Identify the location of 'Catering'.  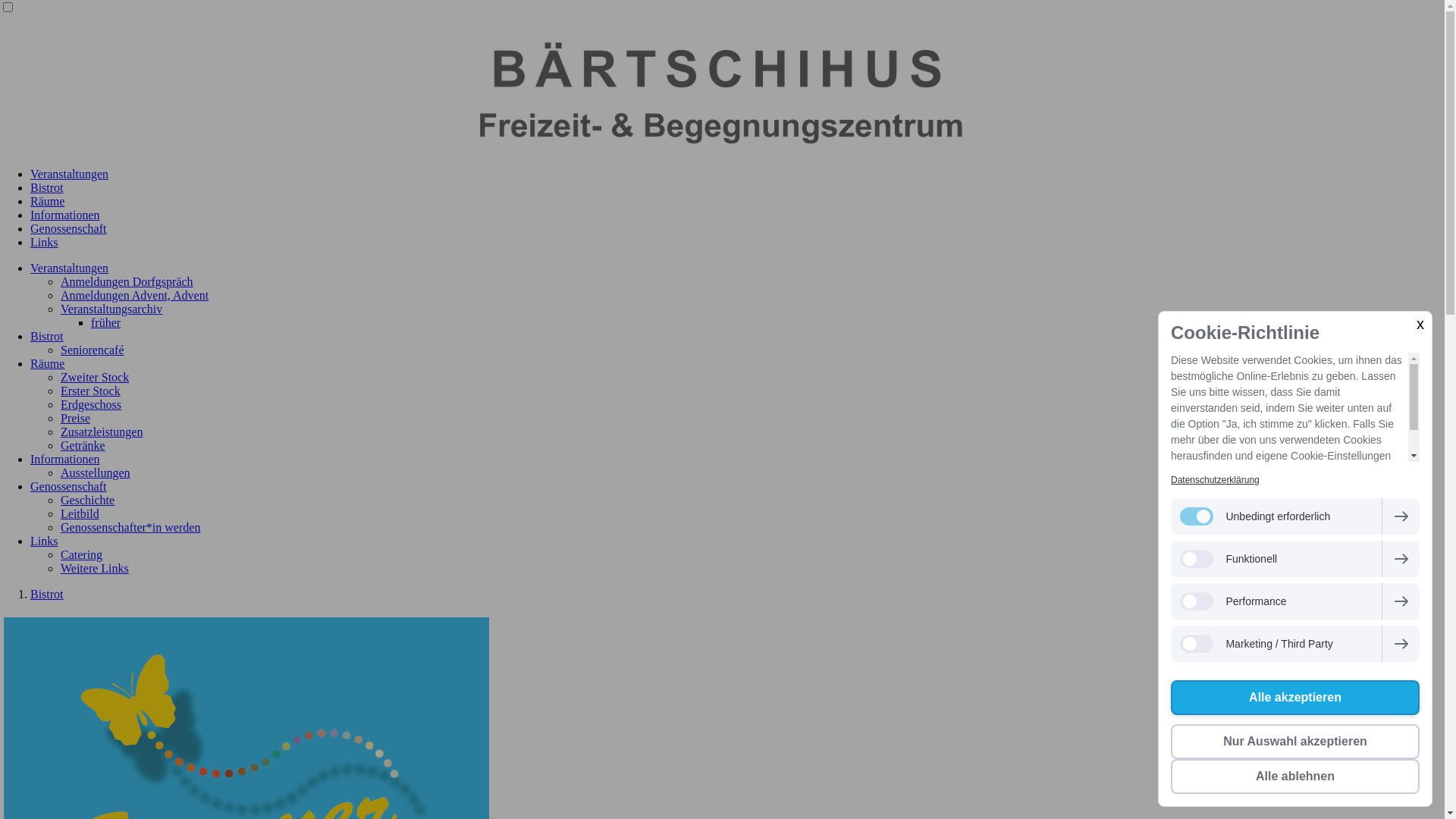
(61, 554).